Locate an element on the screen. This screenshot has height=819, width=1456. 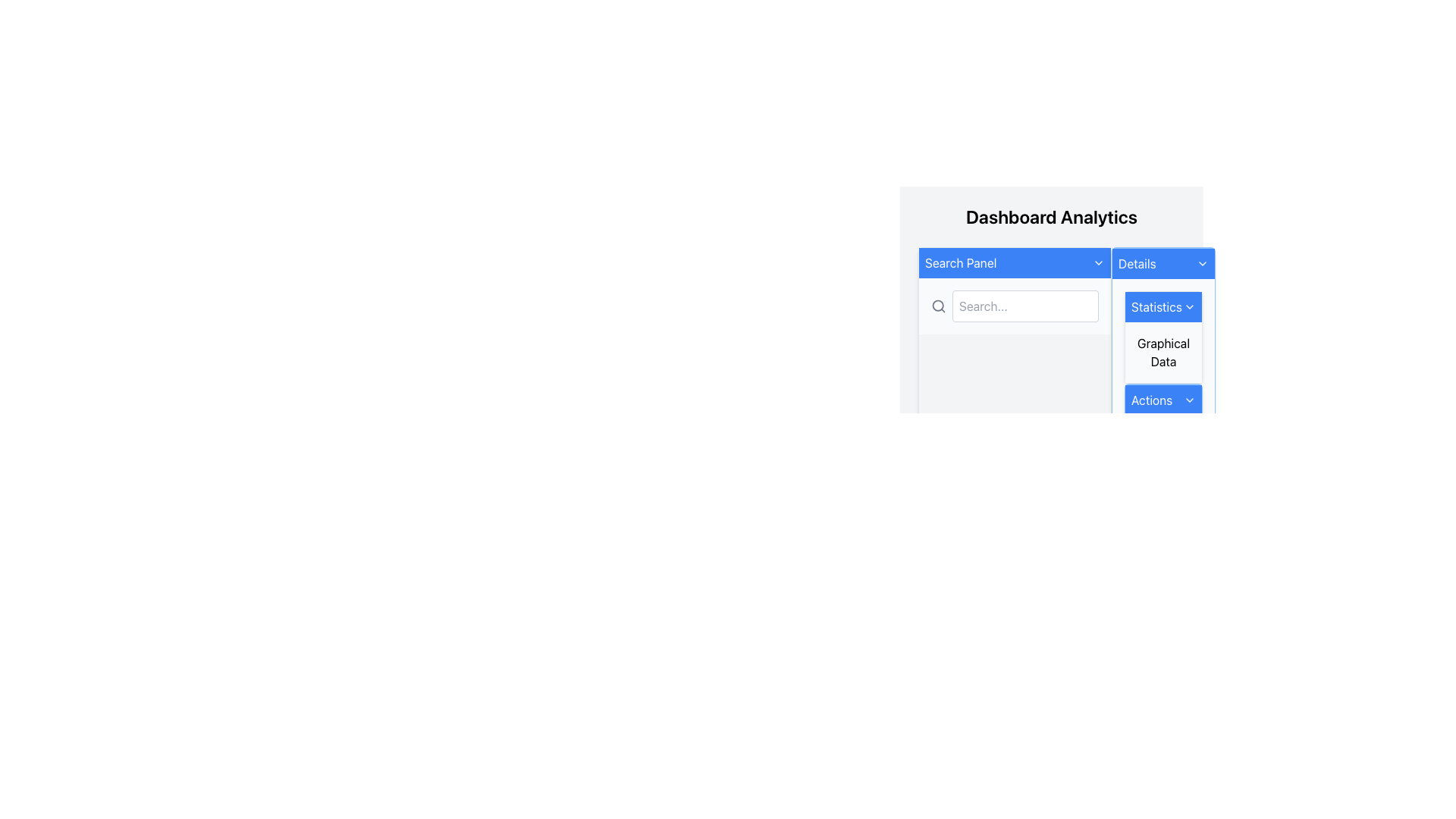
the small downward-pointing chevron icon outlined in blue next to the 'Statistics' label is located at coordinates (1189, 307).